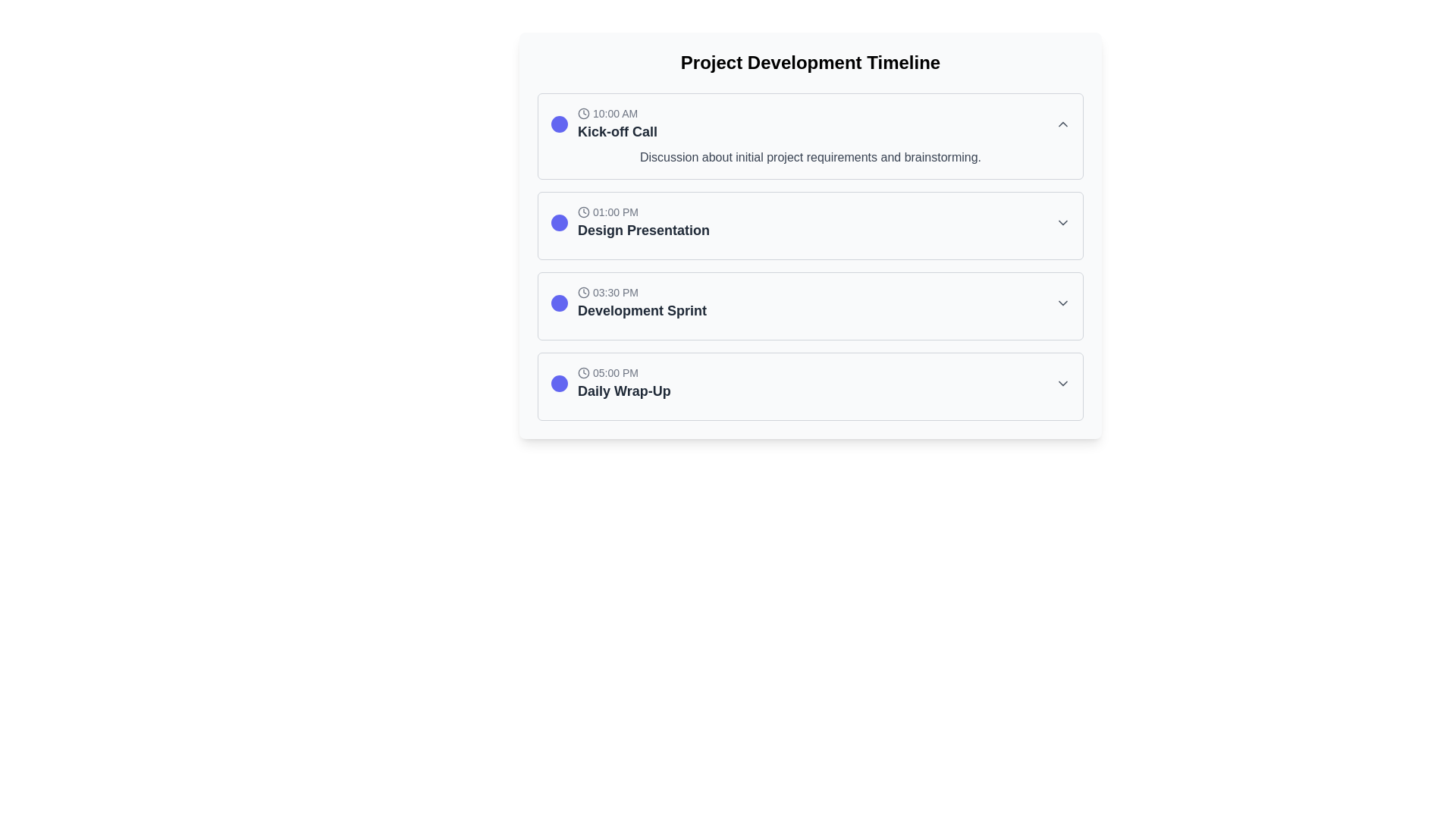 The height and width of the screenshot is (819, 1456). What do you see at coordinates (1062, 124) in the screenshot?
I see `the small gray chevron-up icon located at the far-right side of the 'Kick-off Call' event block` at bounding box center [1062, 124].